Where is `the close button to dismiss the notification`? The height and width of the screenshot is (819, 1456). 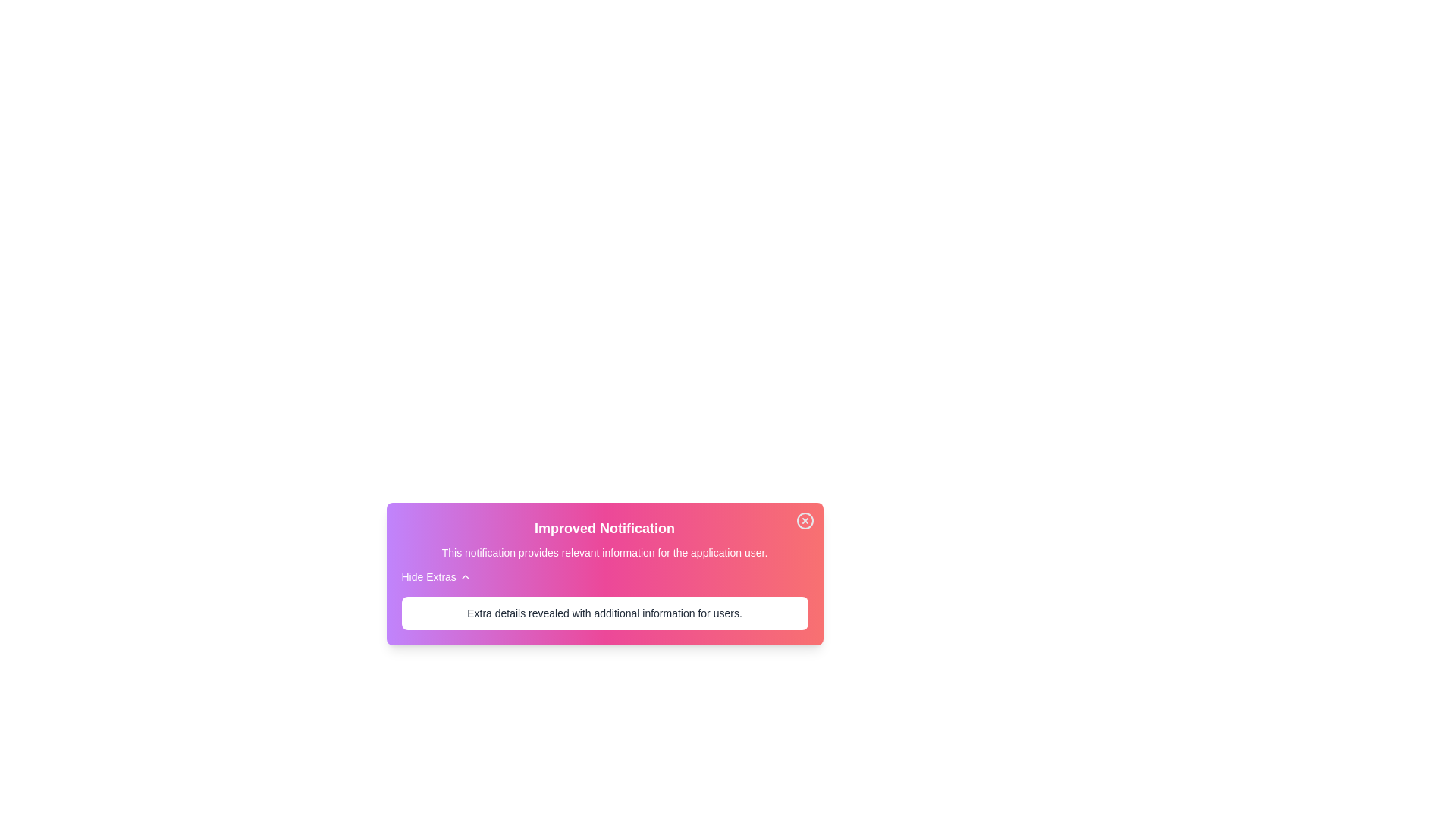 the close button to dismiss the notification is located at coordinates (804, 519).